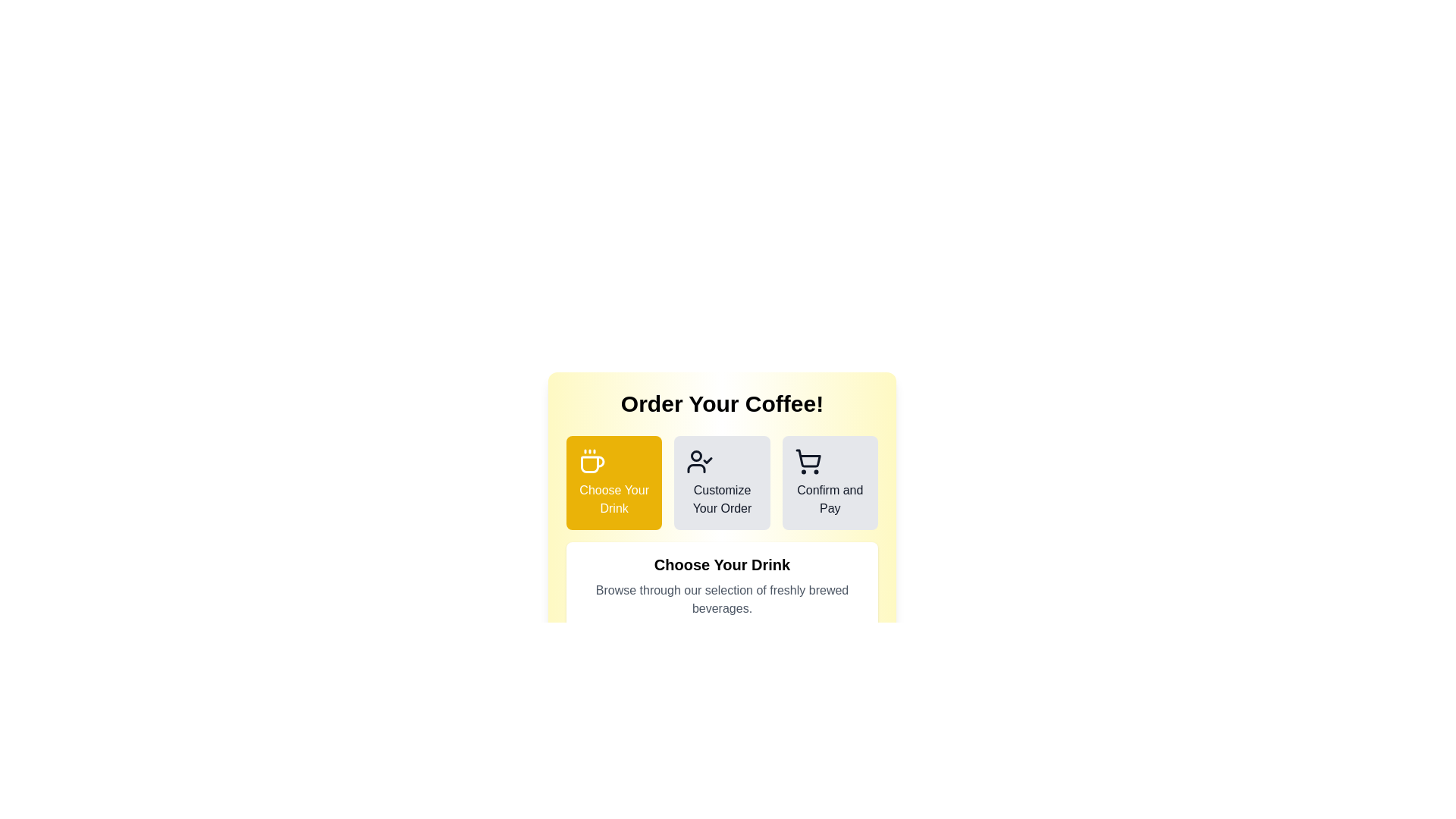  What do you see at coordinates (614, 482) in the screenshot?
I see `the step titled Choose Your Drink to navigate to that step` at bounding box center [614, 482].